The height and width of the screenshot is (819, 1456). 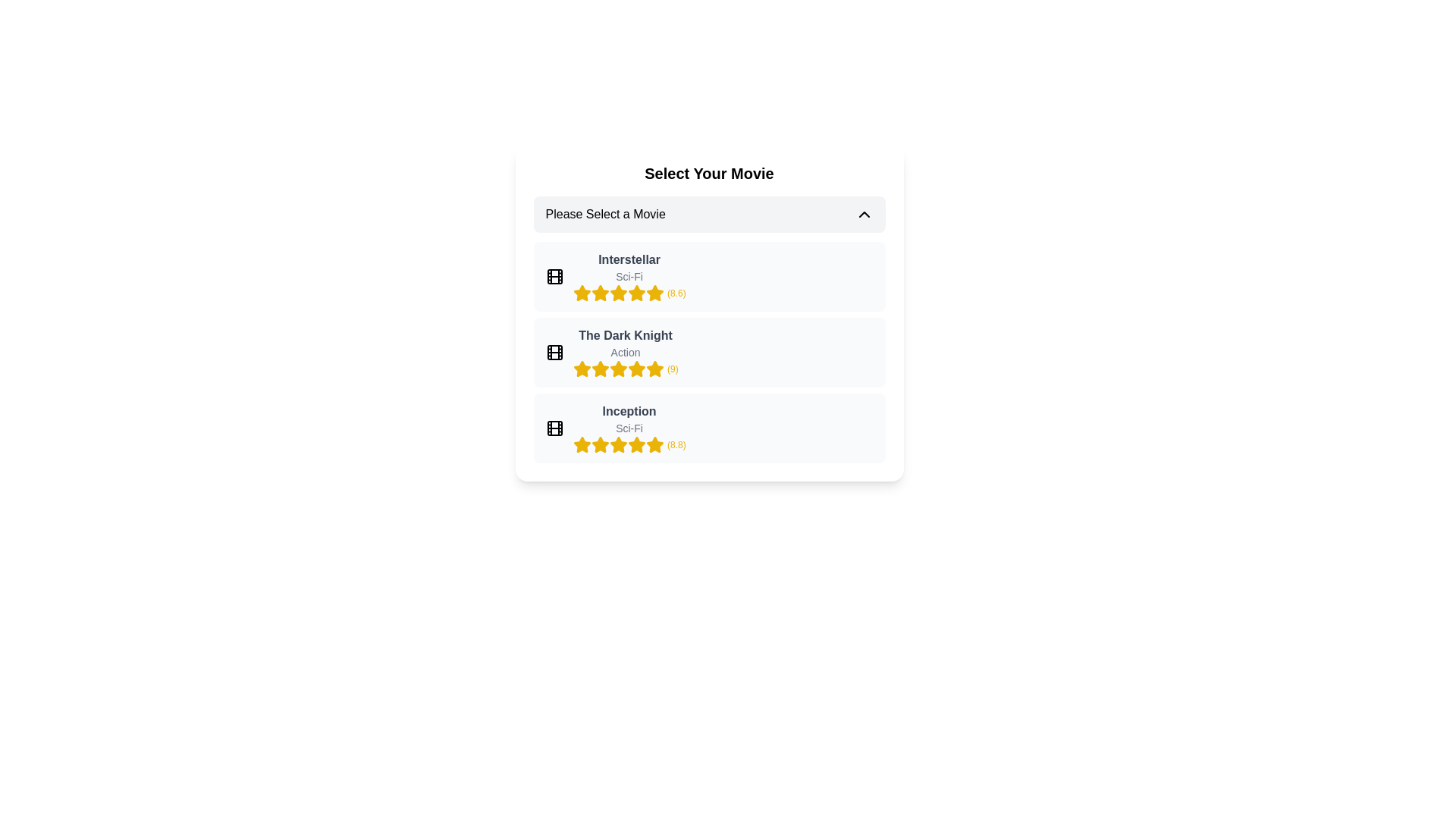 What do you see at coordinates (554, 428) in the screenshot?
I see `the decorative rectangular shape with rounded corners styled in black that resembles a filmstrip, located within the movie icon for 'Inception' in the UI` at bounding box center [554, 428].